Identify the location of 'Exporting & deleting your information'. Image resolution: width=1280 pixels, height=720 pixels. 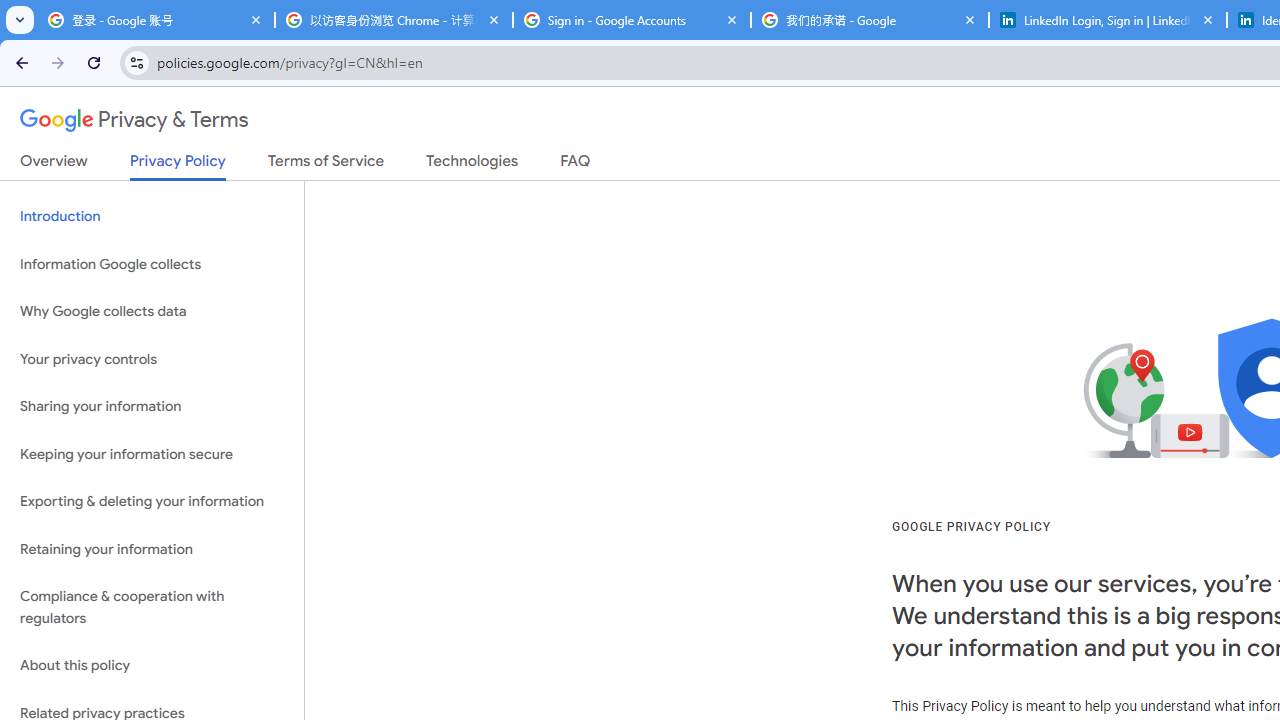
(151, 501).